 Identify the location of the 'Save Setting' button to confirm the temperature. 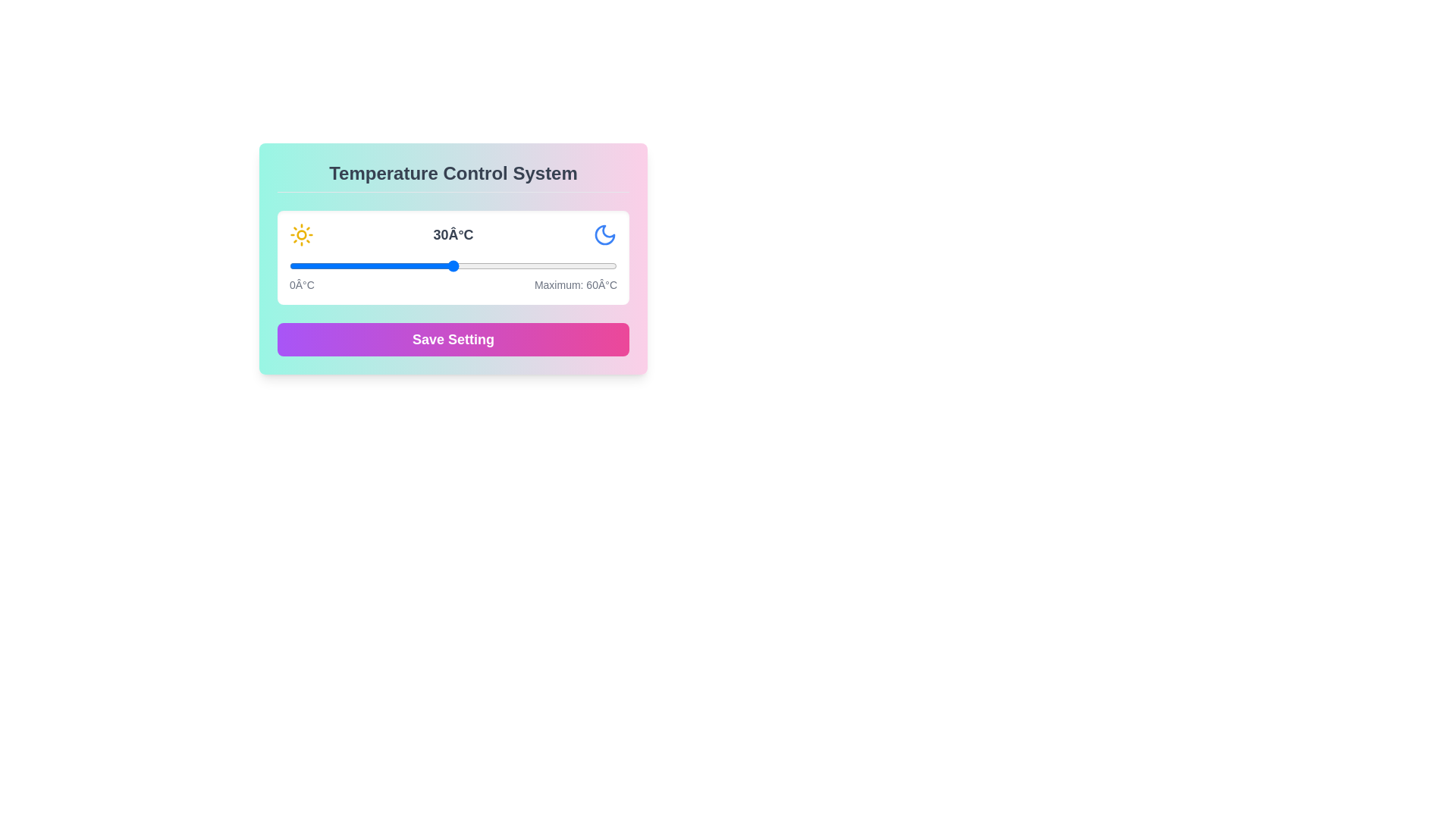
(453, 338).